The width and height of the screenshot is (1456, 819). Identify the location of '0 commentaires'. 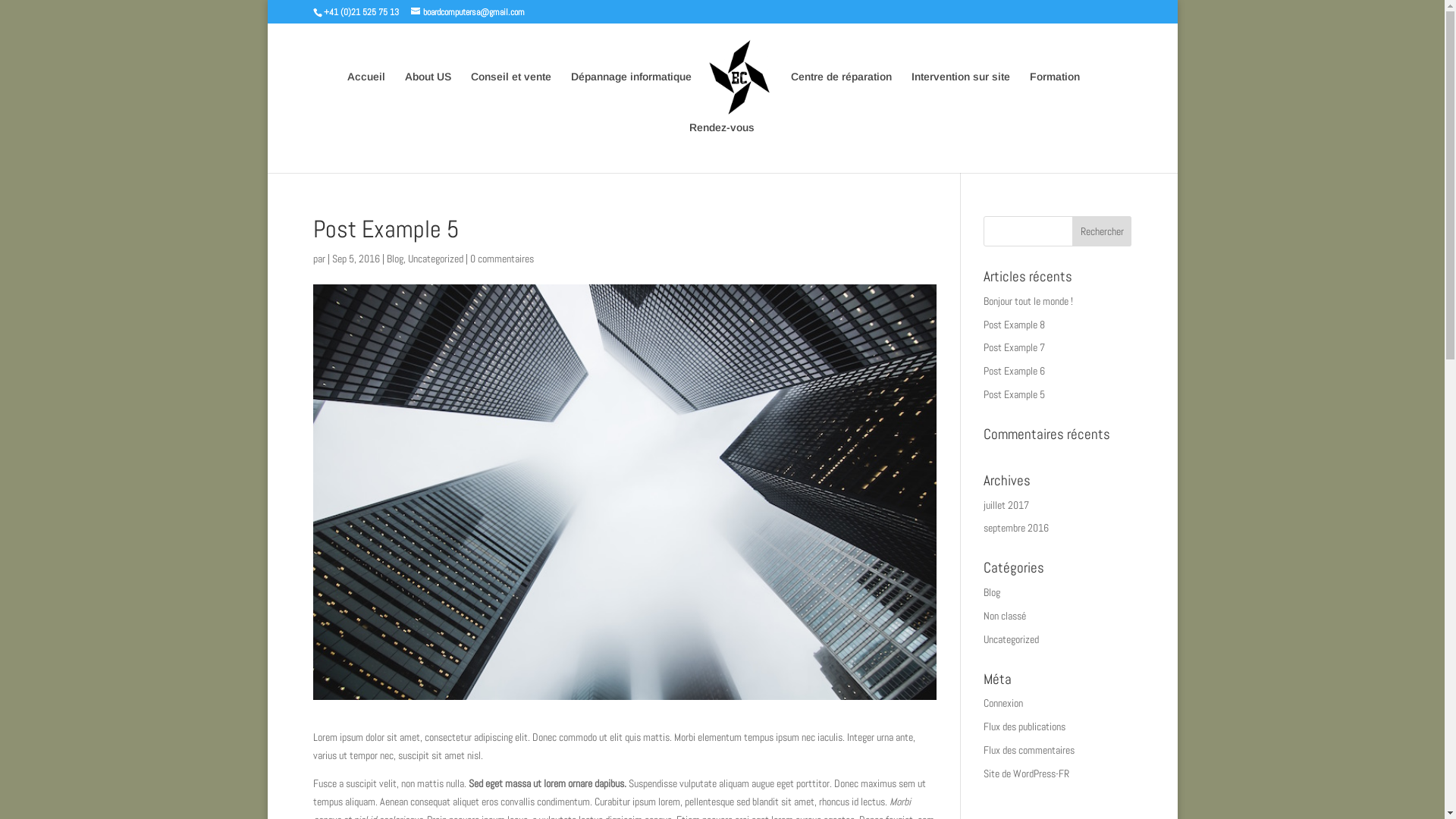
(502, 257).